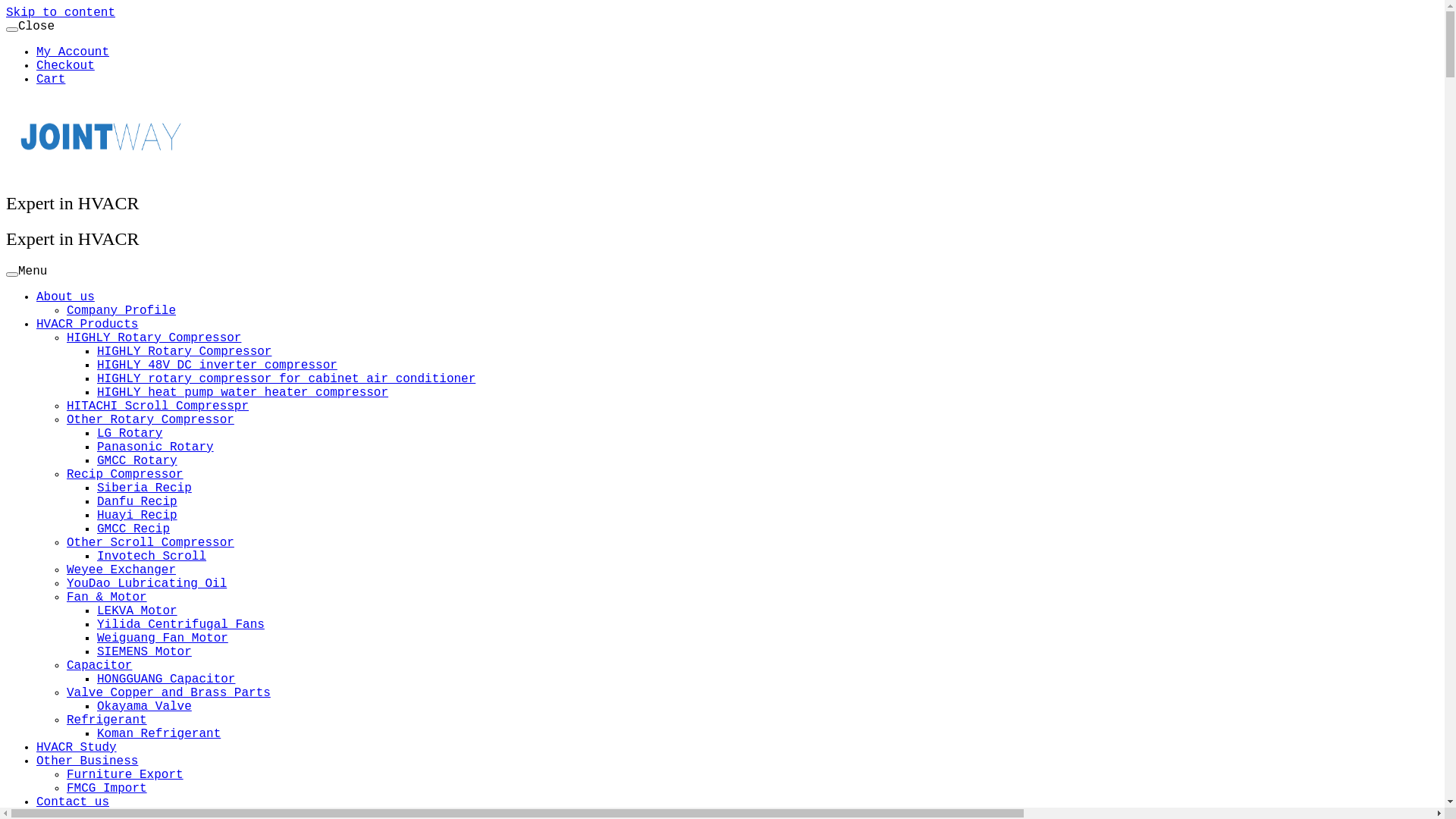  I want to click on 'Siberia Recip', so click(96, 488).